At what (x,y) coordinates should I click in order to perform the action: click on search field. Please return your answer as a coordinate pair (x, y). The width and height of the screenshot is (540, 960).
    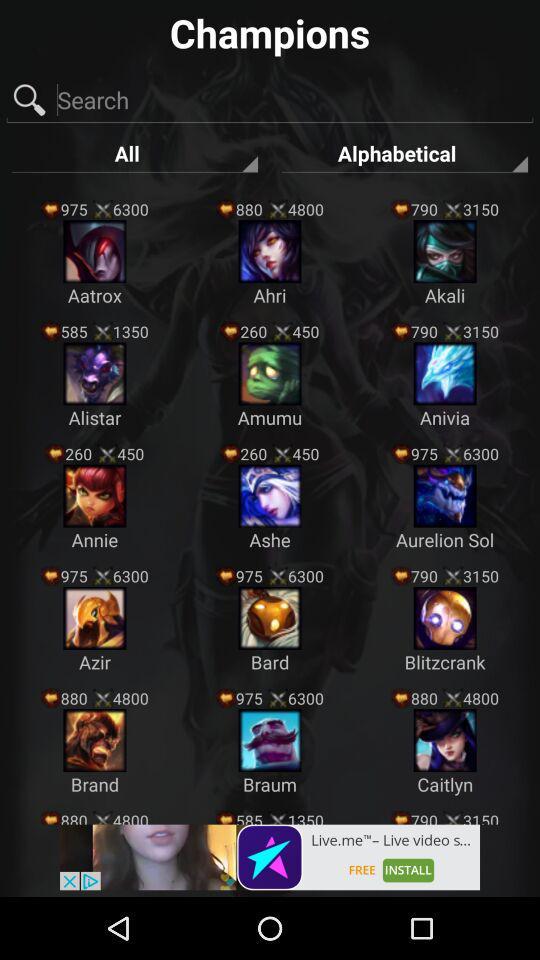
    Looking at the image, I should click on (270, 101).